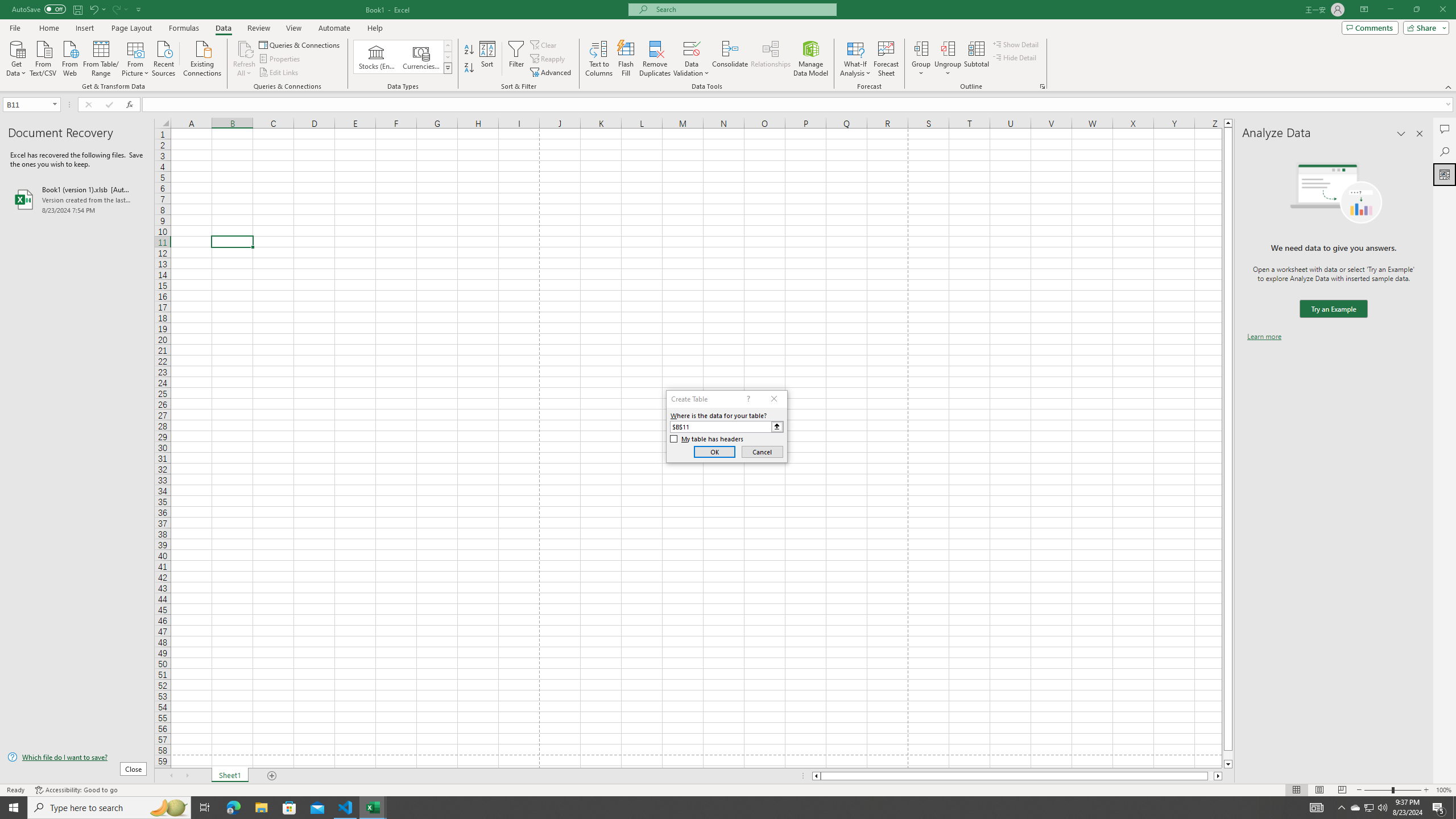  Describe the element at coordinates (810, 59) in the screenshot. I see `'Manage Data Model'` at that location.